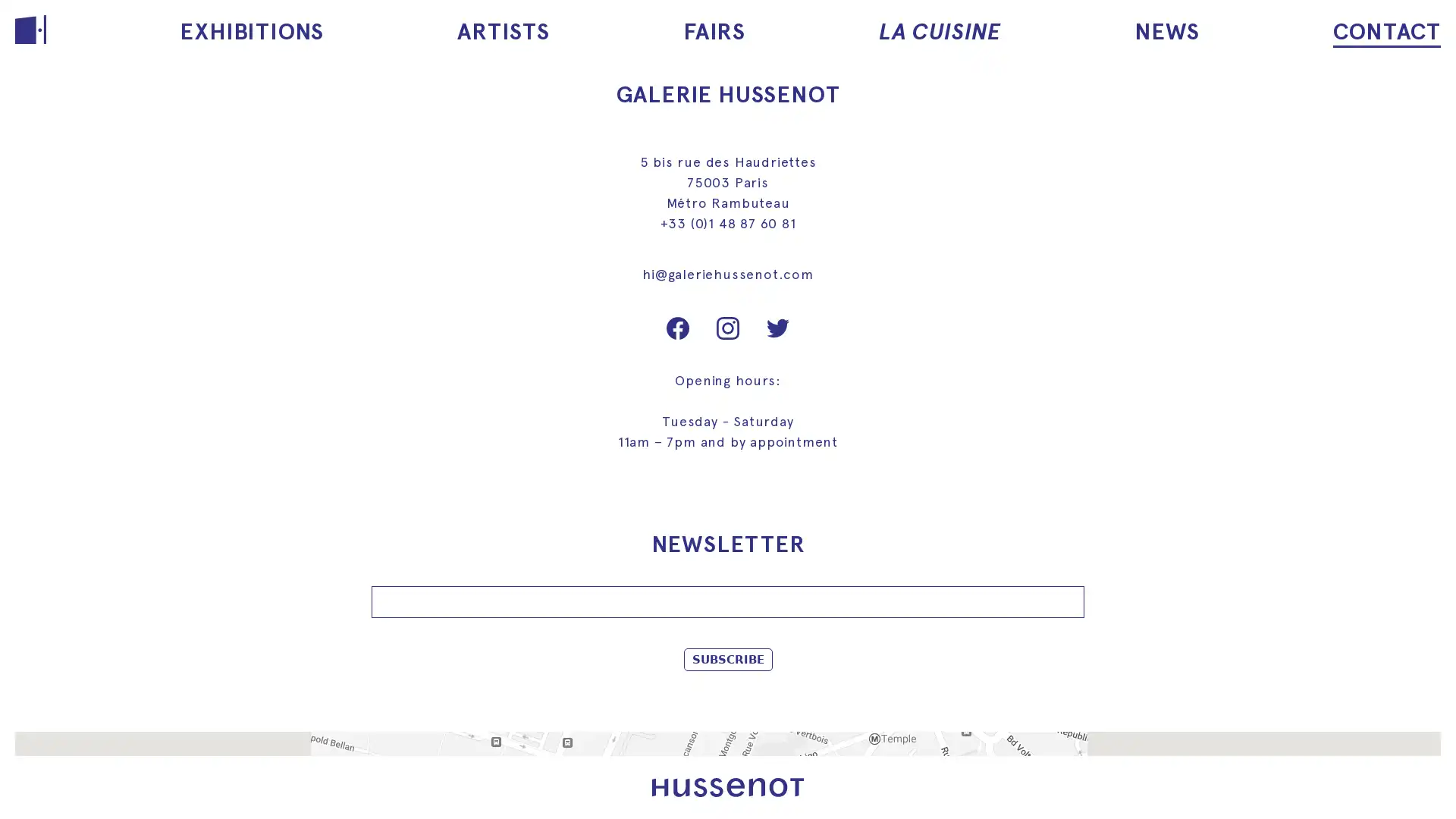 The height and width of the screenshot is (819, 1456). Describe the element at coordinates (1417, 754) in the screenshot. I see `Toggle fullscreen view` at that location.